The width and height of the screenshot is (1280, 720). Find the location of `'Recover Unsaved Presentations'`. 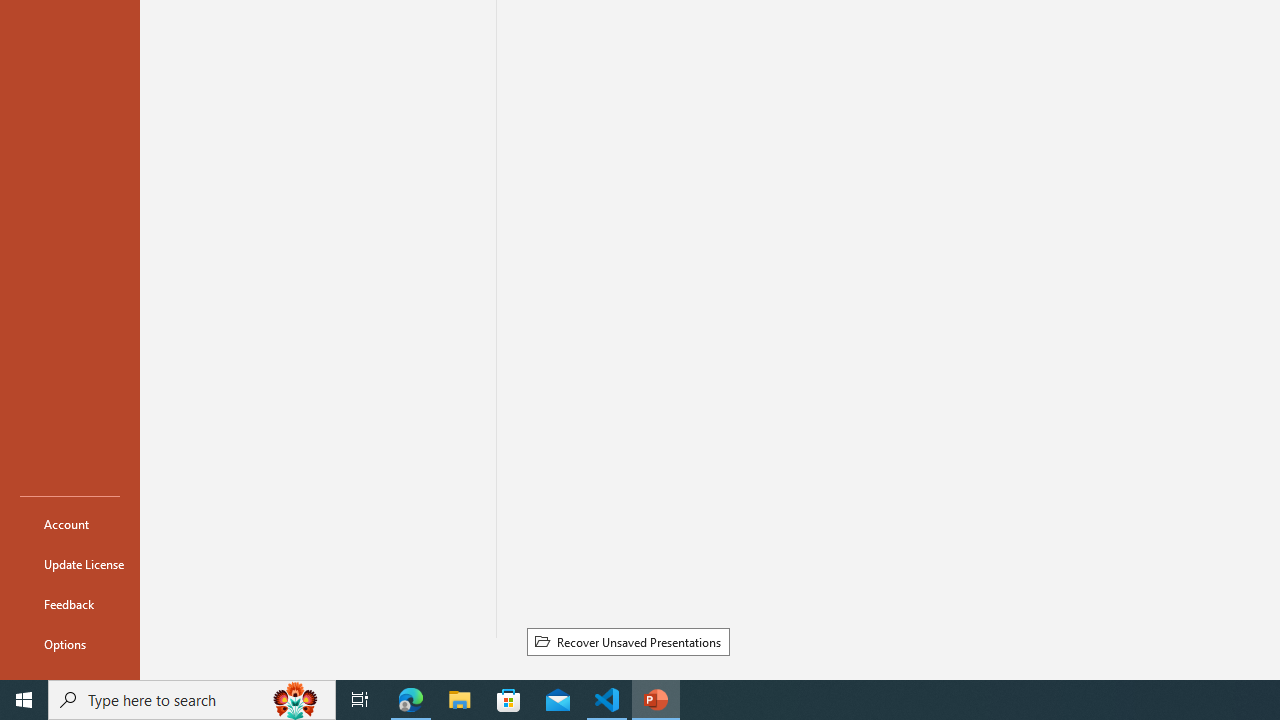

'Recover Unsaved Presentations' is located at coordinates (627, 641).